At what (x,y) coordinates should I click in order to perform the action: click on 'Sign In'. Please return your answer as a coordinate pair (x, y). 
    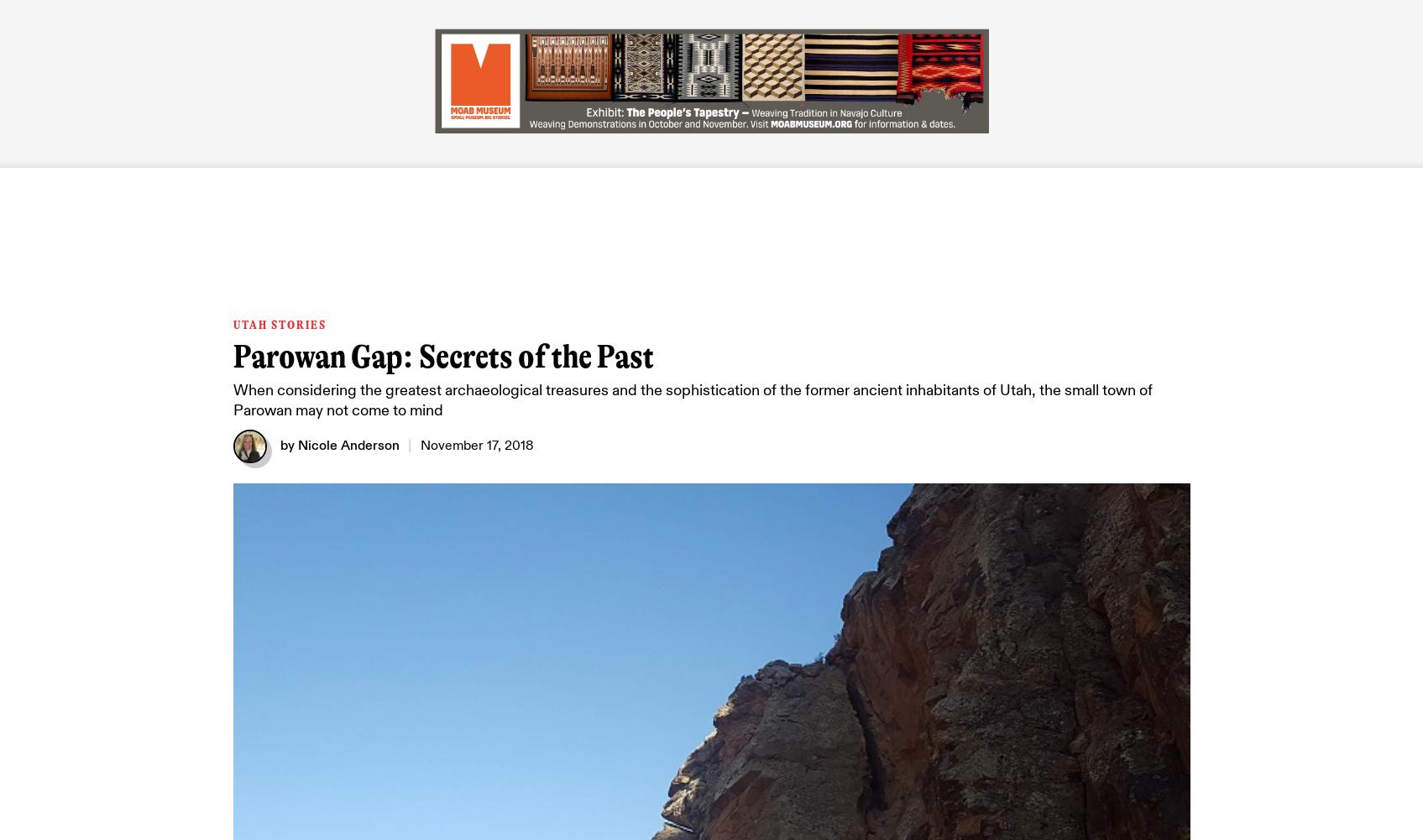
    Looking at the image, I should click on (1140, 33).